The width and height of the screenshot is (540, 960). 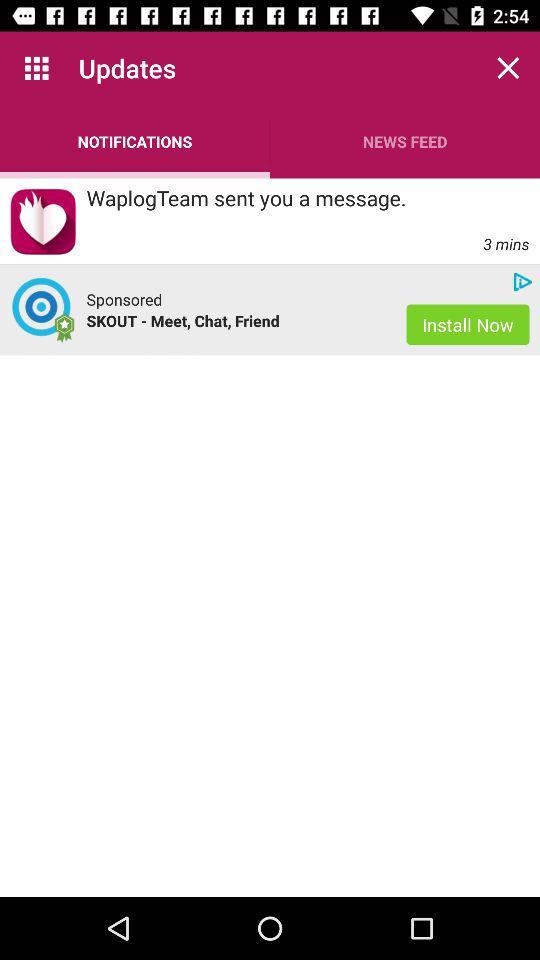 I want to click on the item to the left of the install now icon, so click(x=235, y=320).